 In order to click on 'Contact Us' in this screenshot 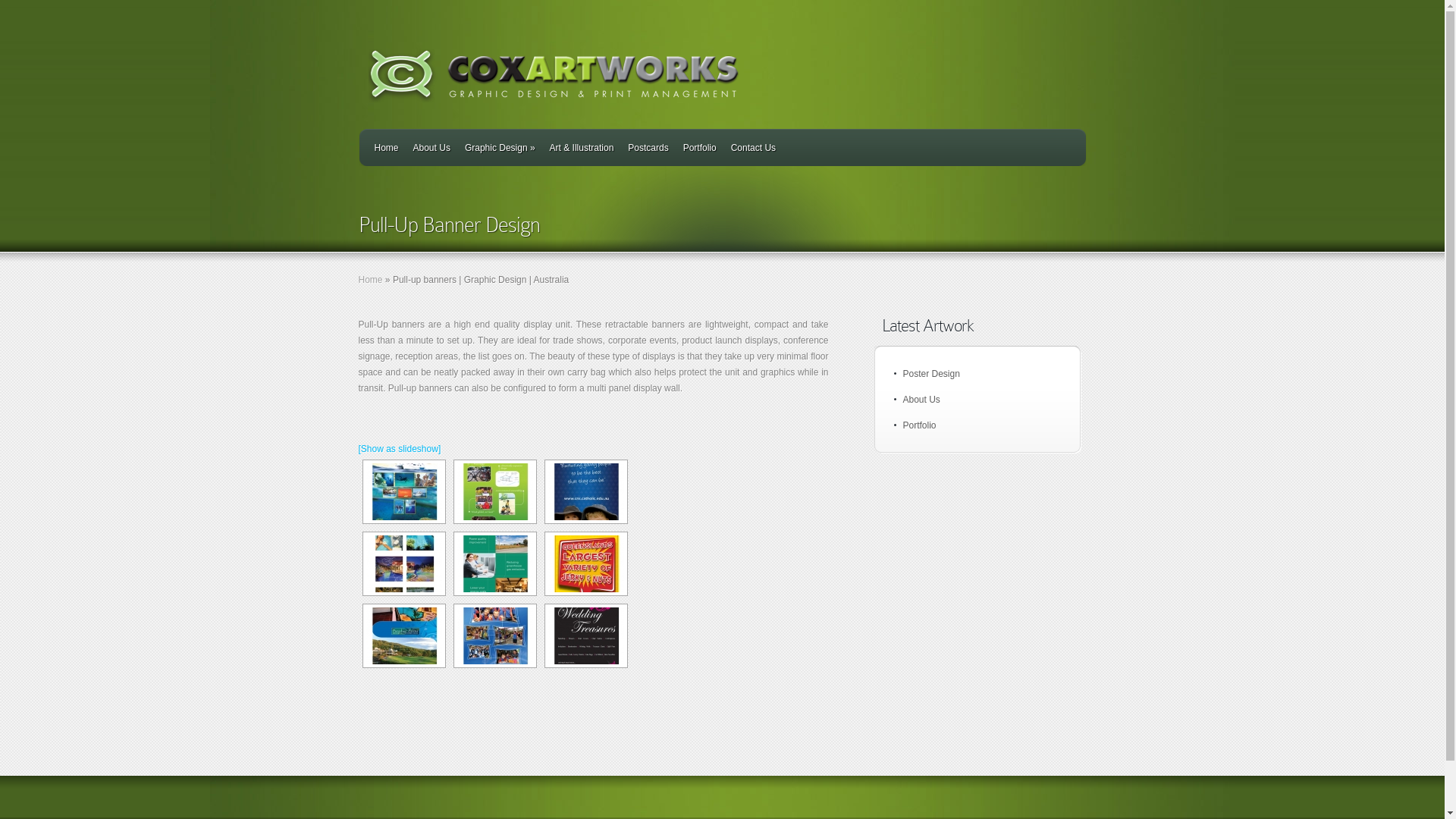, I will do `click(753, 148)`.